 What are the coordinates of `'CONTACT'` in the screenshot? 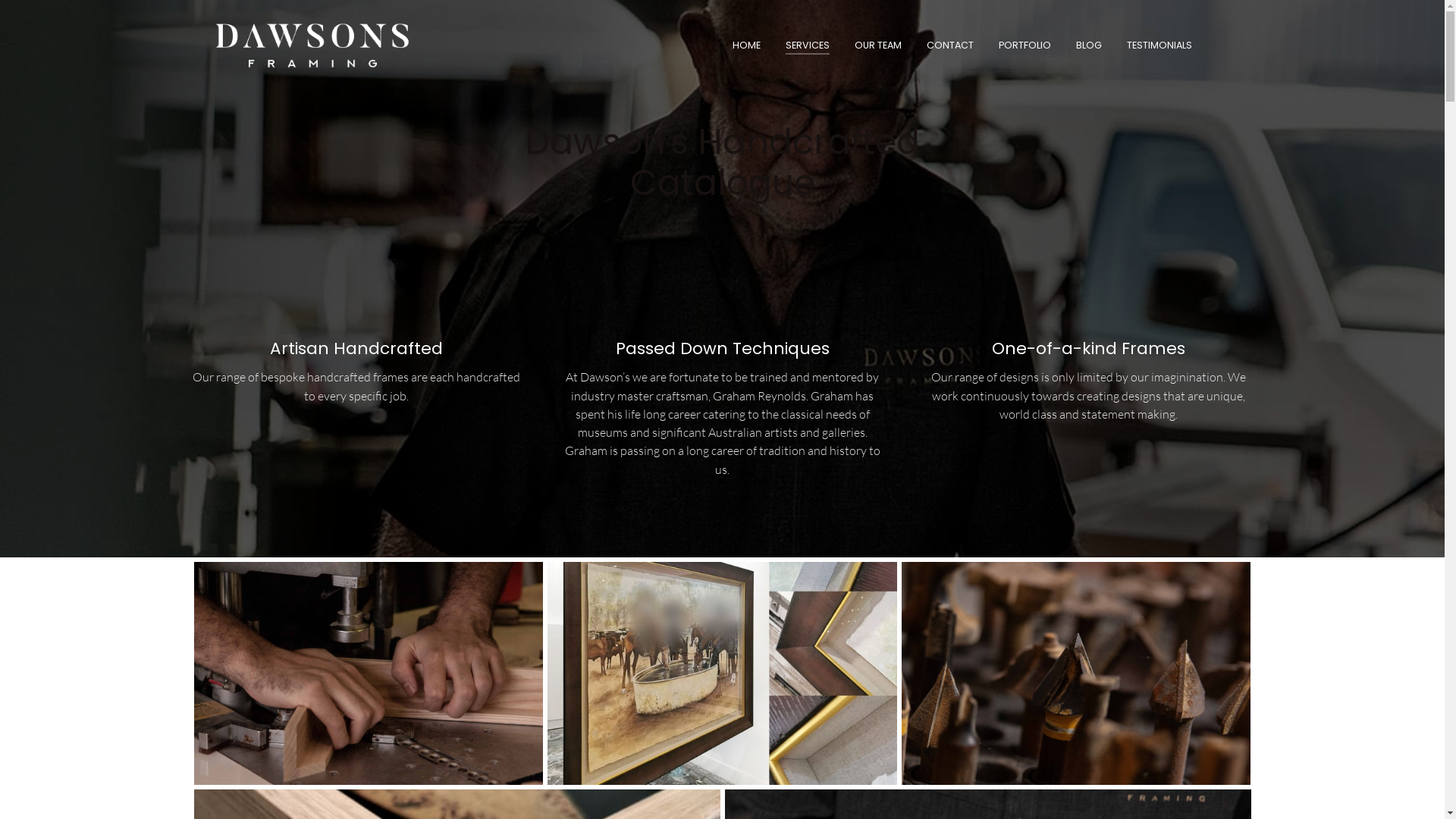 It's located at (913, 45).